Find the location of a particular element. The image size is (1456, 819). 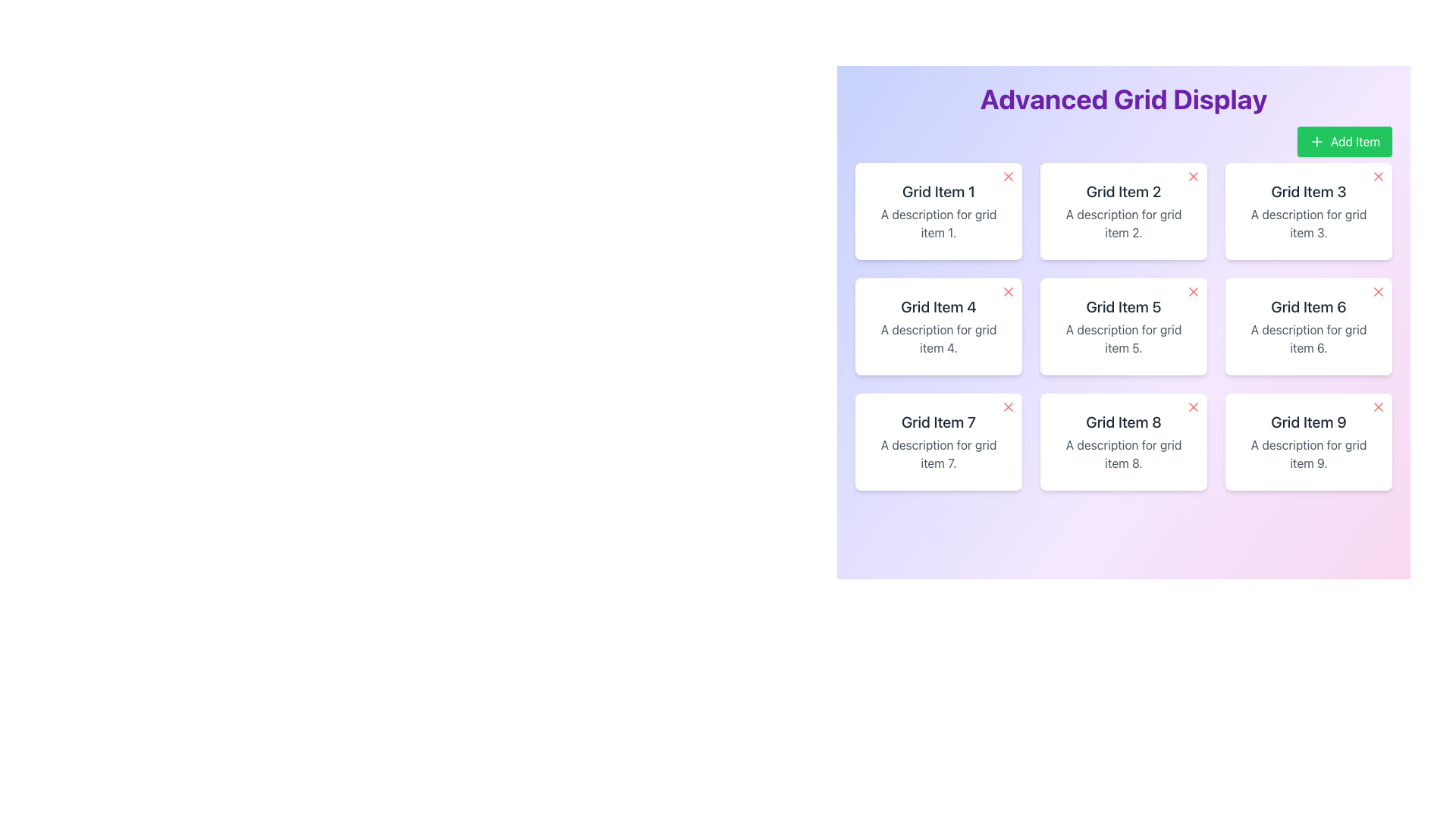

the text label that contains 'A description for grid item 3.' positioned within the panel titled 'Grid Item 3' in the third column of the first row of the grid layout is located at coordinates (1308, 223).